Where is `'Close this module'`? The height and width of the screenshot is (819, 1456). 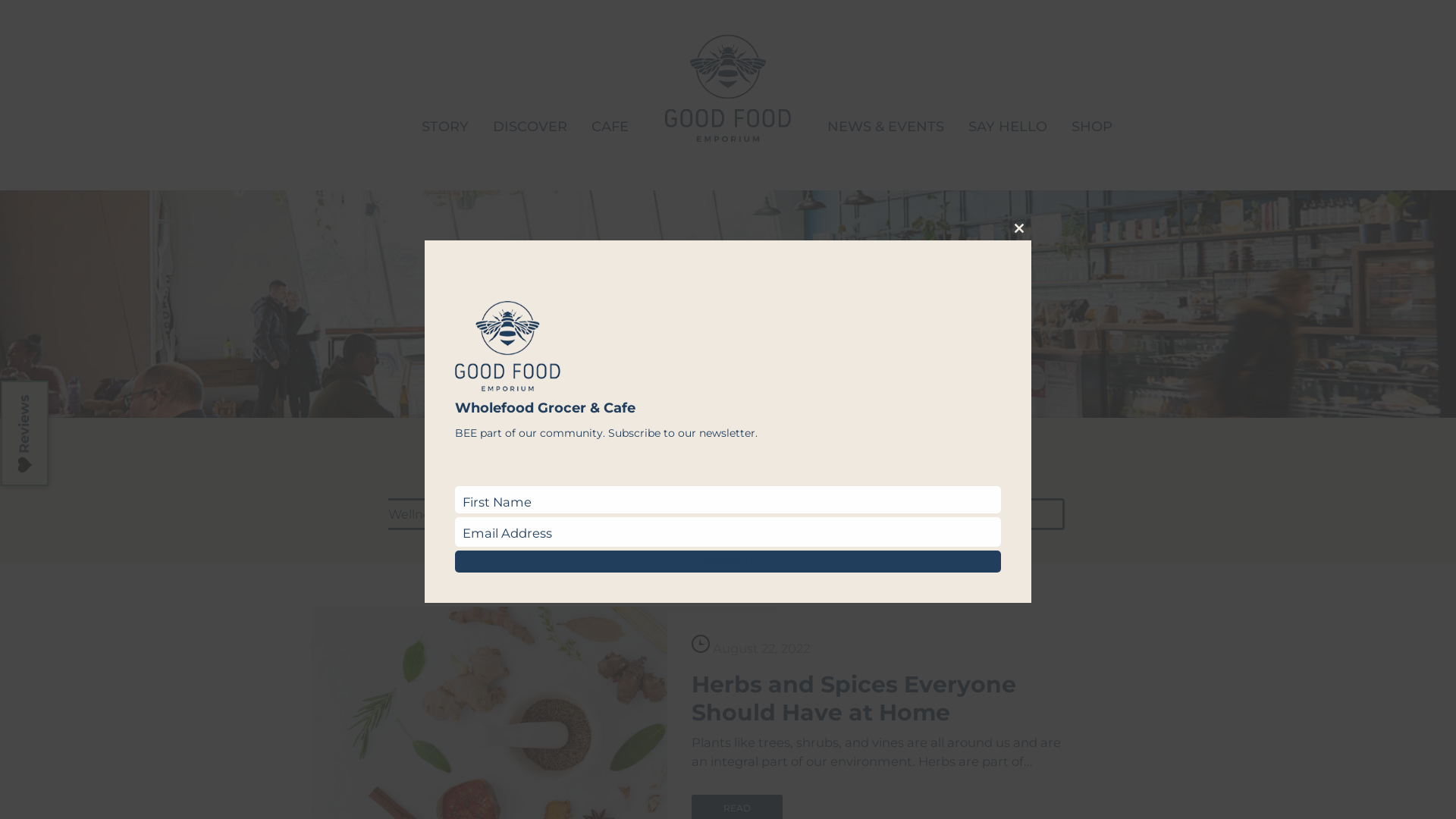
'Close this module' is located at coordinates (1019, 227).